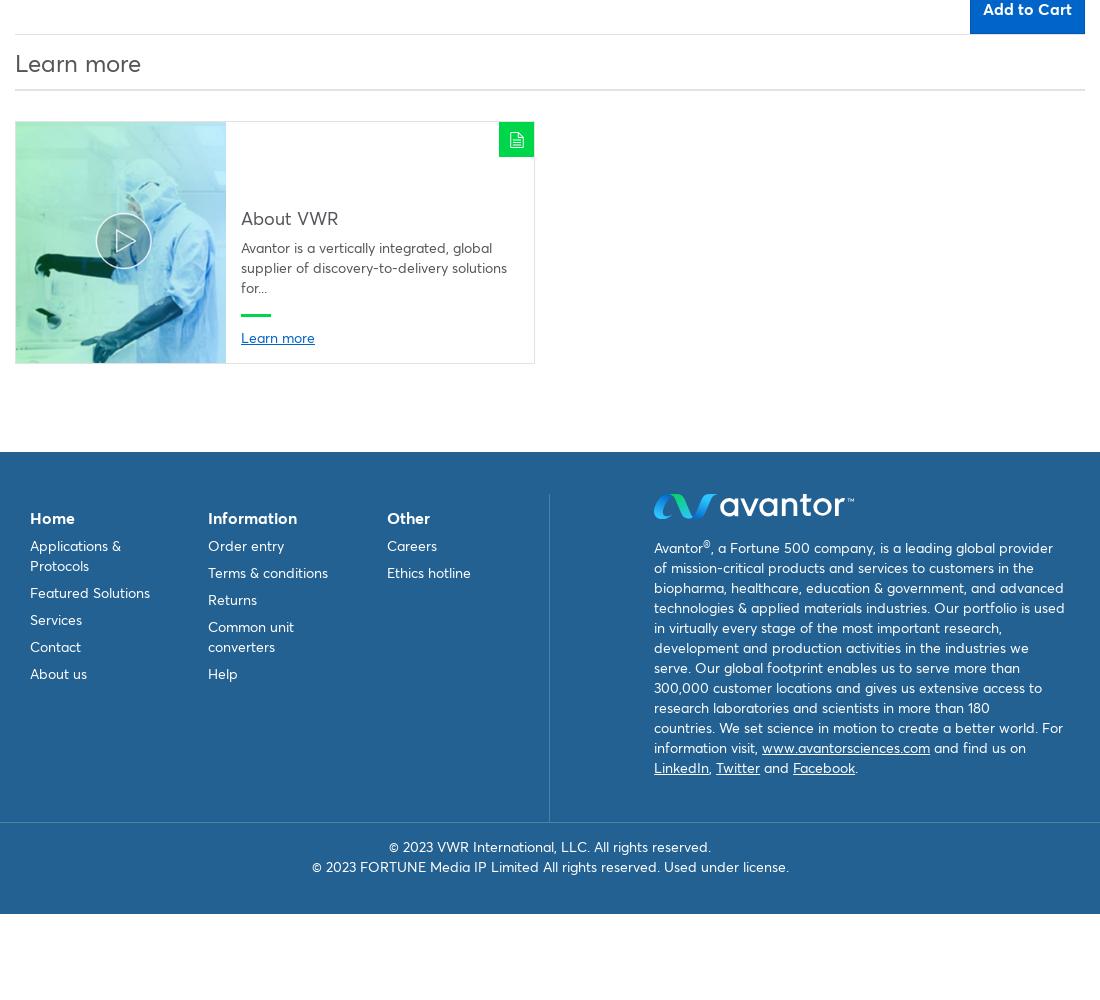  What do you see at coordinates (57, 673) in the screenshot?
I see `'About us'` at bounding box center [57, 673].